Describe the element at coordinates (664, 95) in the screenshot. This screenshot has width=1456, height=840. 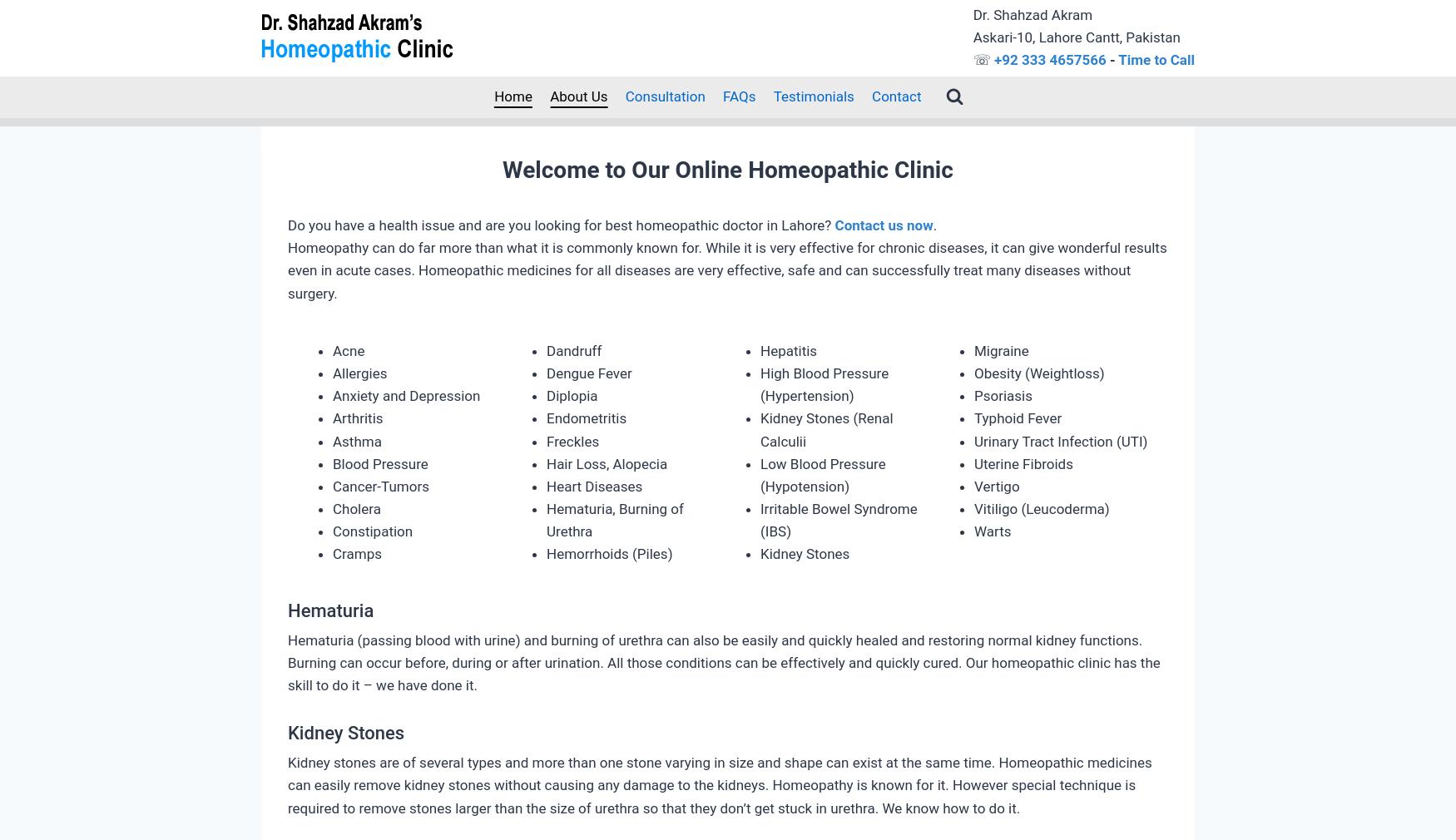
I see `'Consultation'` at that location.